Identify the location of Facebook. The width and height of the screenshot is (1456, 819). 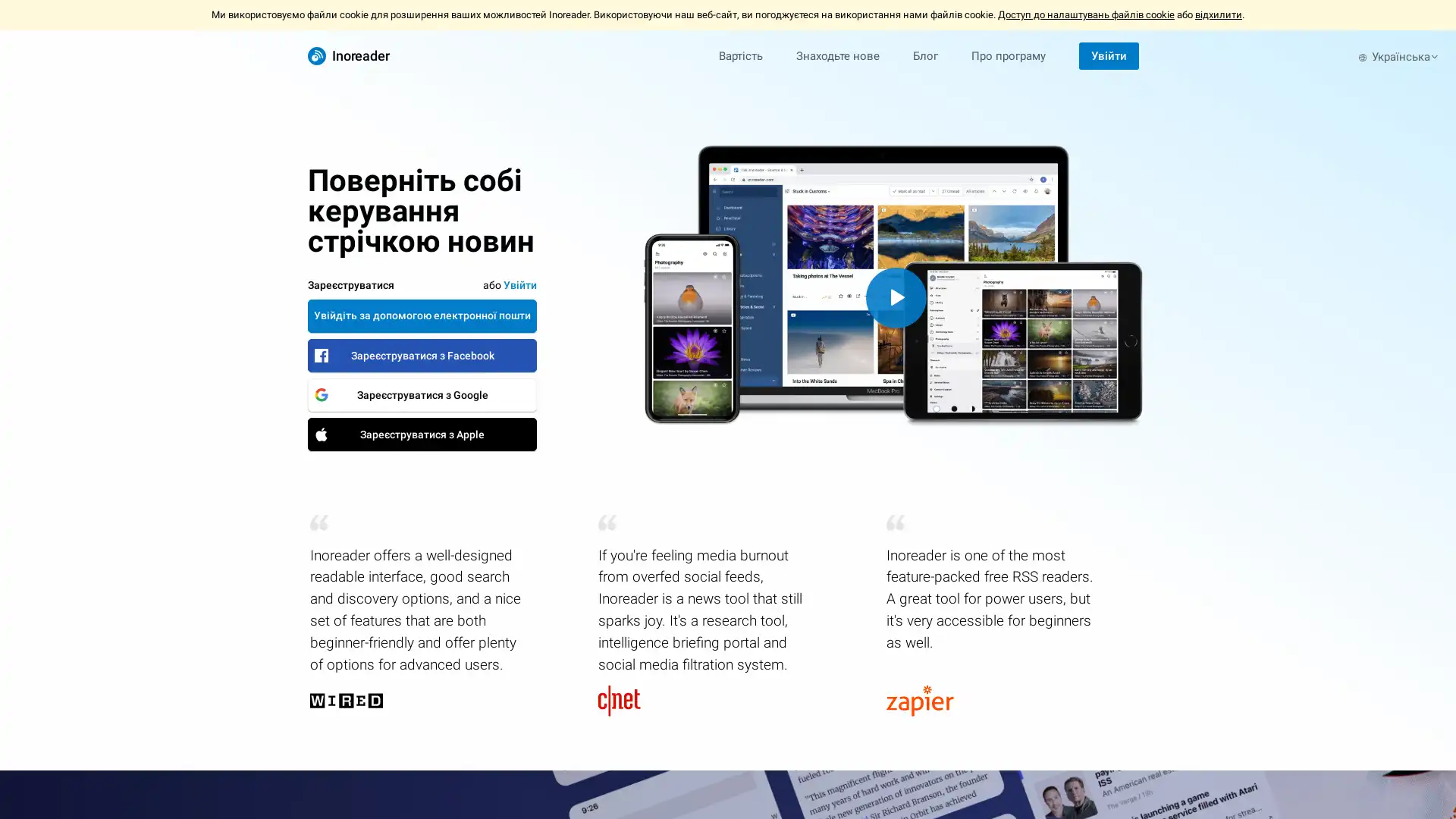
(422, 354).